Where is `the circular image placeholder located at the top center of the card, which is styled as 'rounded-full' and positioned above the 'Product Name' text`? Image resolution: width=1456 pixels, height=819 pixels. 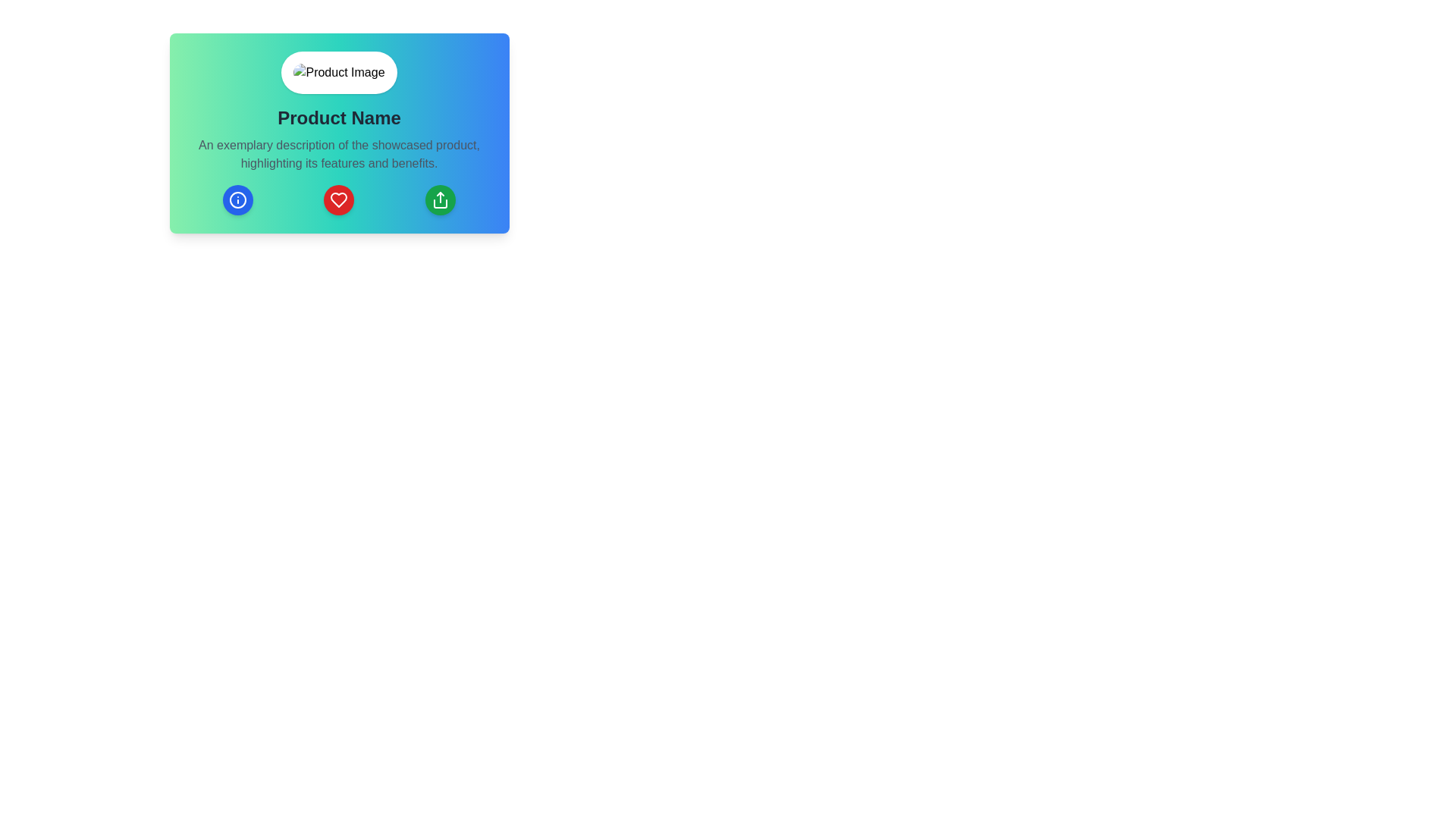 the circular image placeholder located at the top center of the card, which is styled as 'rounded-full' and positioned above the 'Product Name' text is located at coordinates (338, 73).